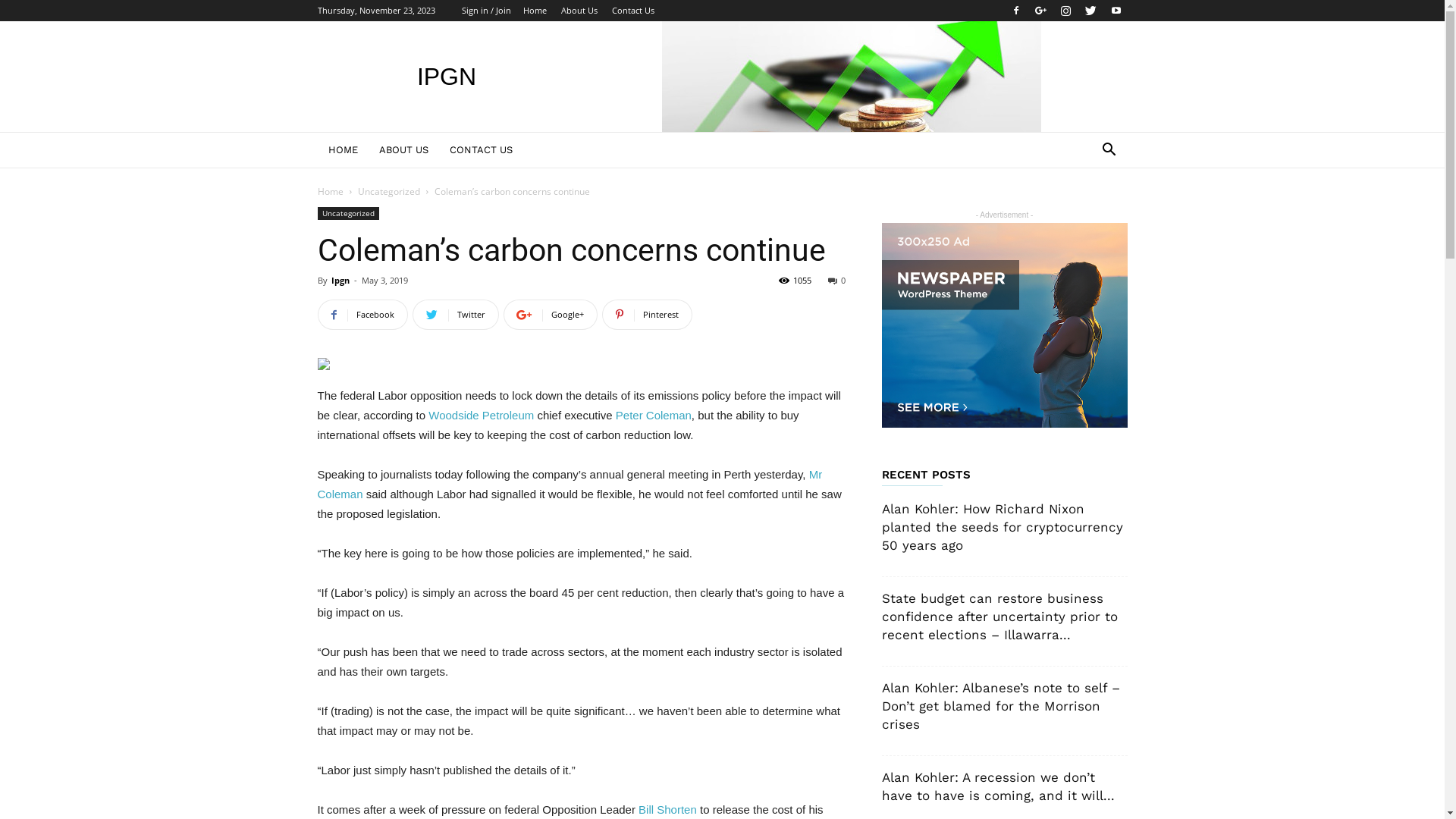 The height and width of the screenshot is (819, 1456). I want to click on 'Sign in / Join', so click(485, 10).